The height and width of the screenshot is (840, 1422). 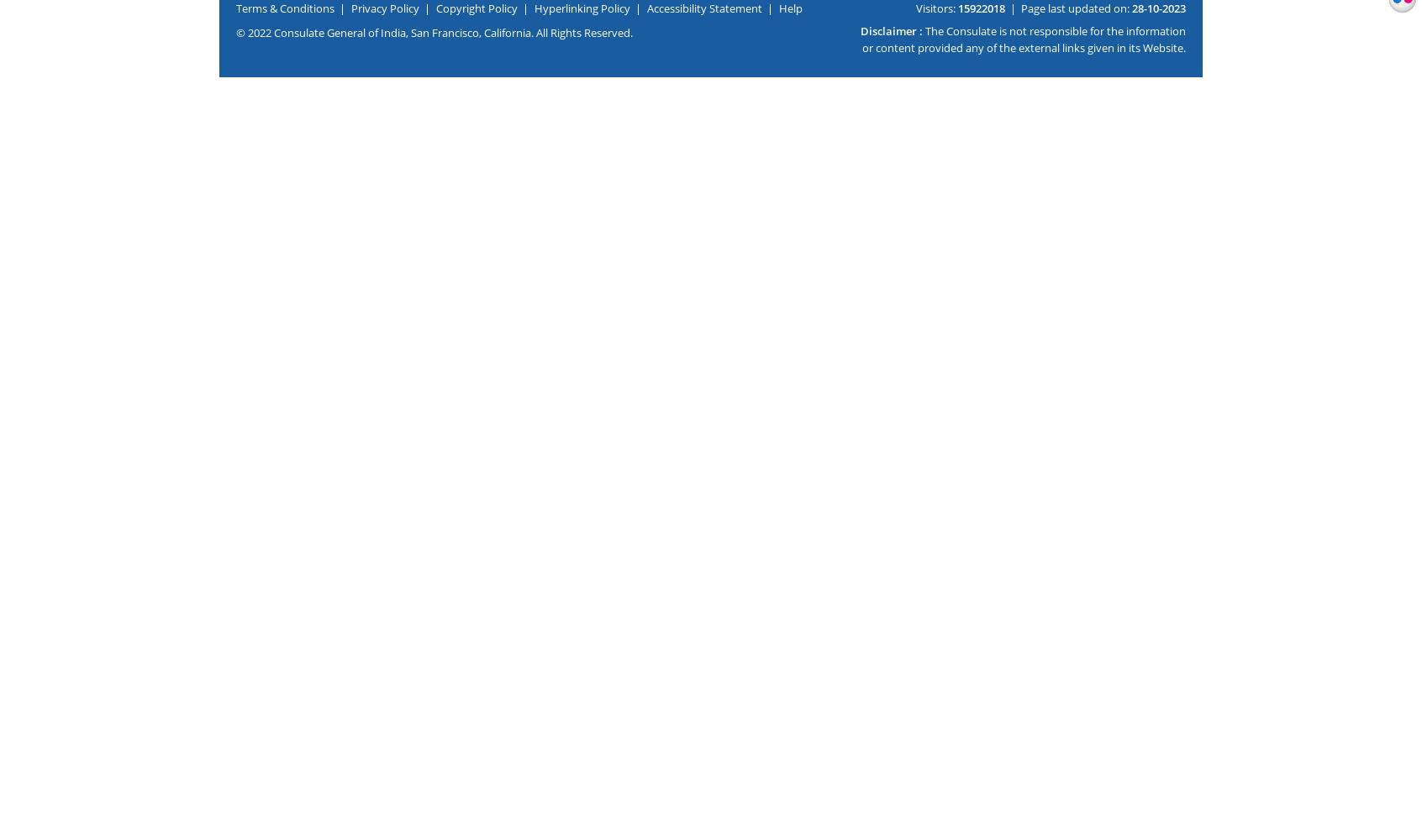 I want to click on 'Hyperlinking Policy', so click(x=582, y=8).